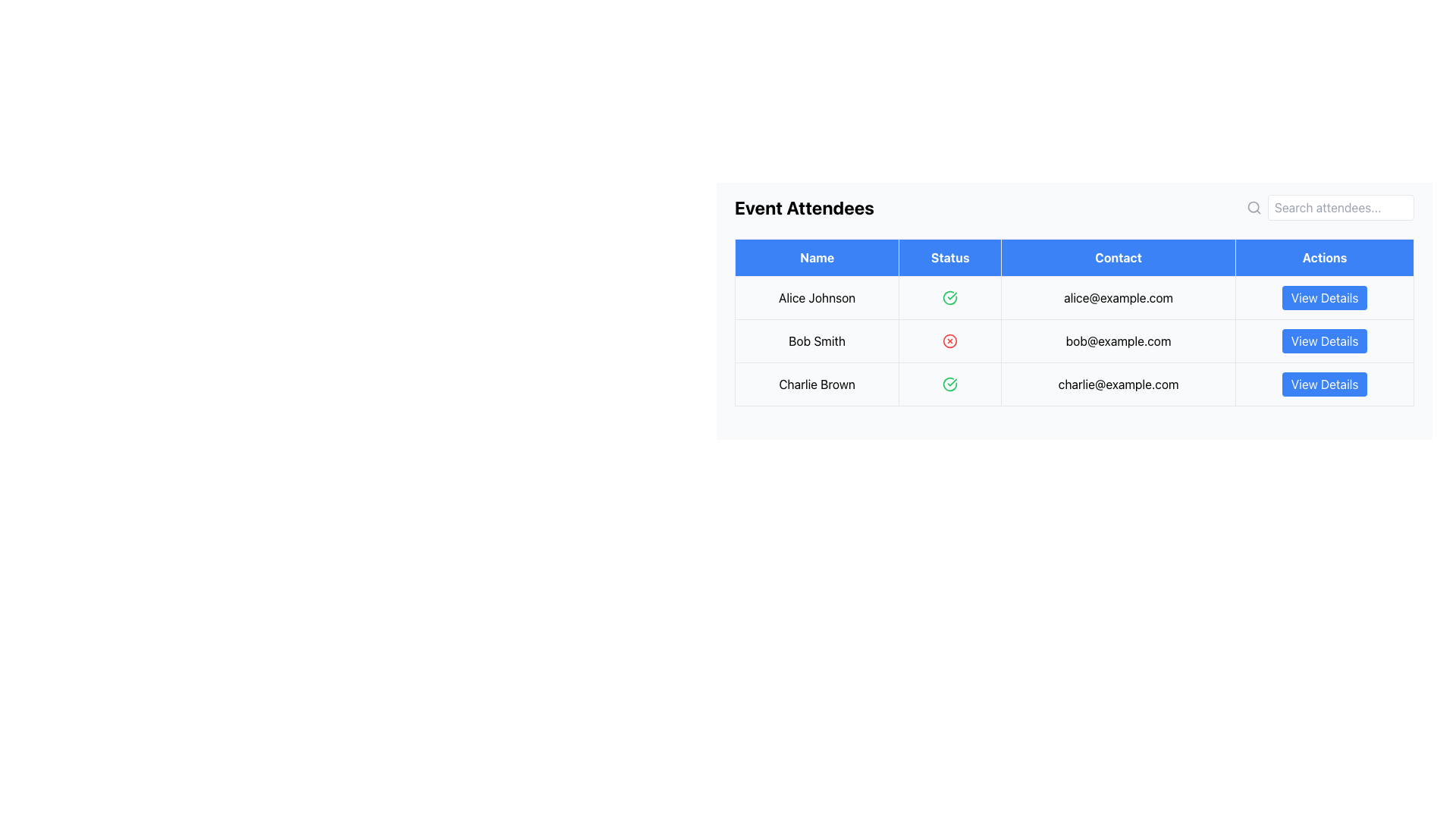  Describe the element at coordinates (1119, 383) in the screenshot. I see `email address 'charlie@example.com' displayed in the 'Contact' column of the third row in the table for attendee 'Charlie Brown'` at that location.